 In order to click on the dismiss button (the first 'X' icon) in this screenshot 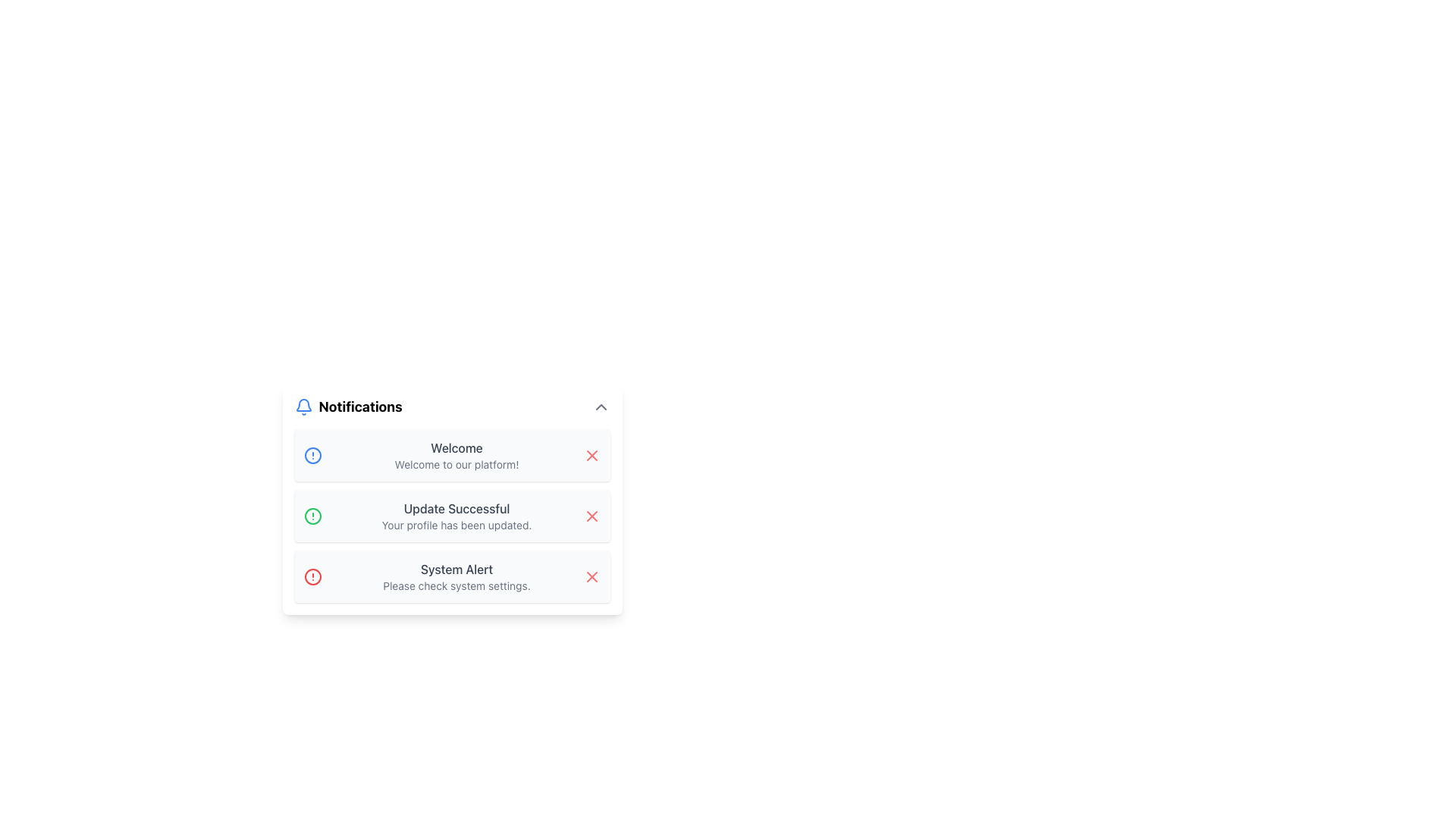, I will do `click(591, 455)`.